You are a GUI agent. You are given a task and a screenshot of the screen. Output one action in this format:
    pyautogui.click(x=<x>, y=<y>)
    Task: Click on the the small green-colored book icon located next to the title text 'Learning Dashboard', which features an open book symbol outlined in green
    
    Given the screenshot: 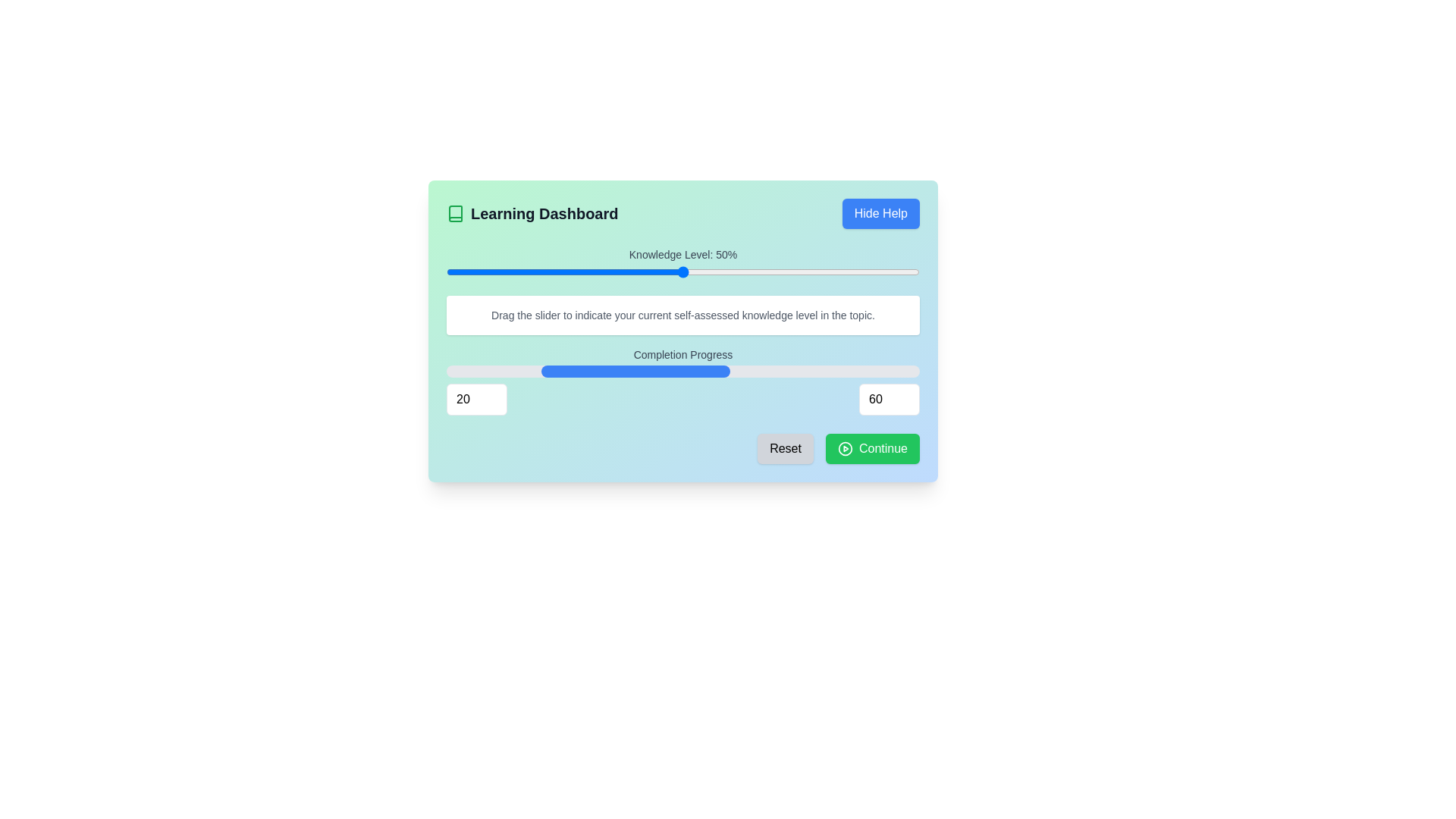 What is the action you would take?
    pyautogui.click(x=454, y=213)
    